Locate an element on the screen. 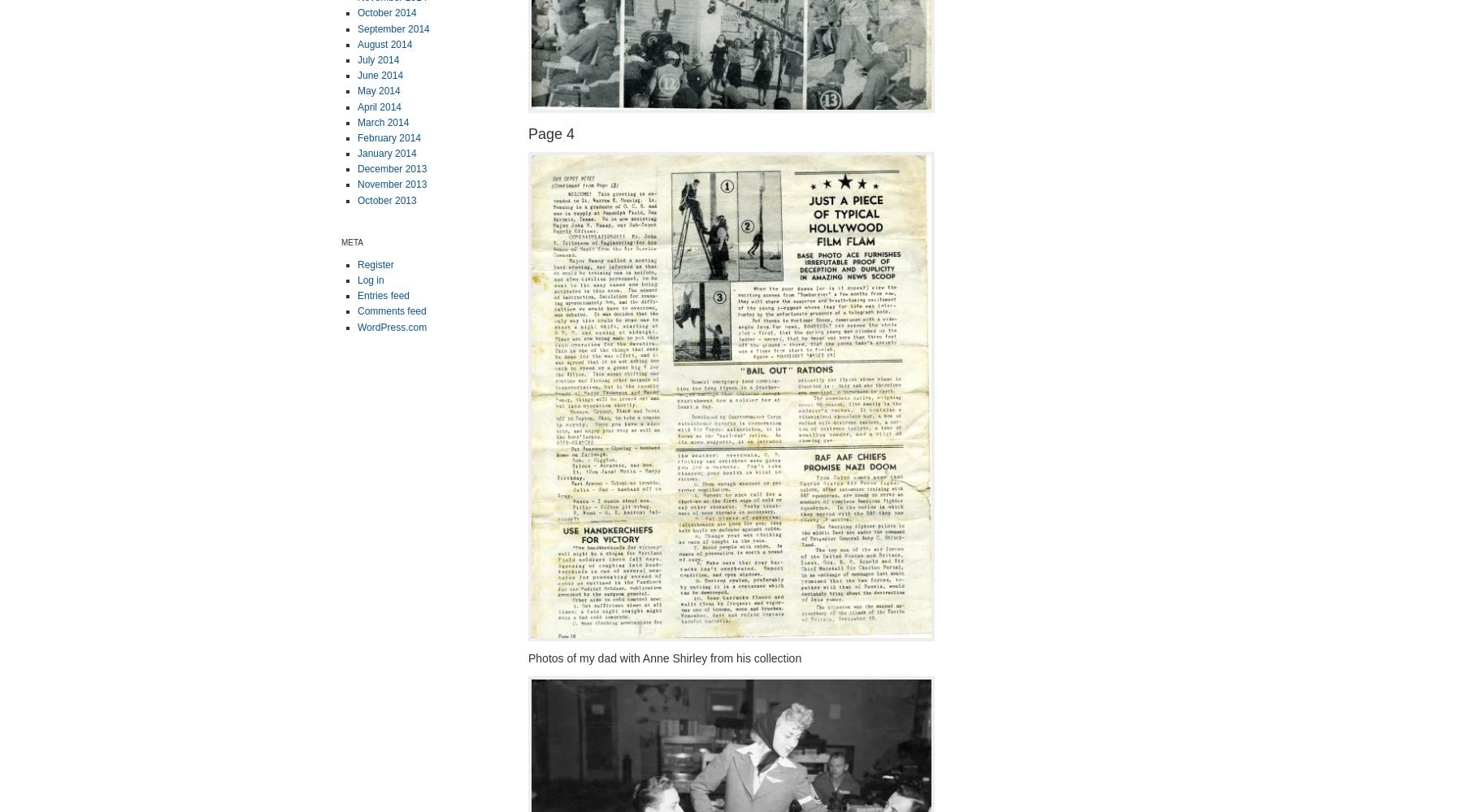 The image size is (1463, 812). 'Page 4' is located at coordinates (550, 133).